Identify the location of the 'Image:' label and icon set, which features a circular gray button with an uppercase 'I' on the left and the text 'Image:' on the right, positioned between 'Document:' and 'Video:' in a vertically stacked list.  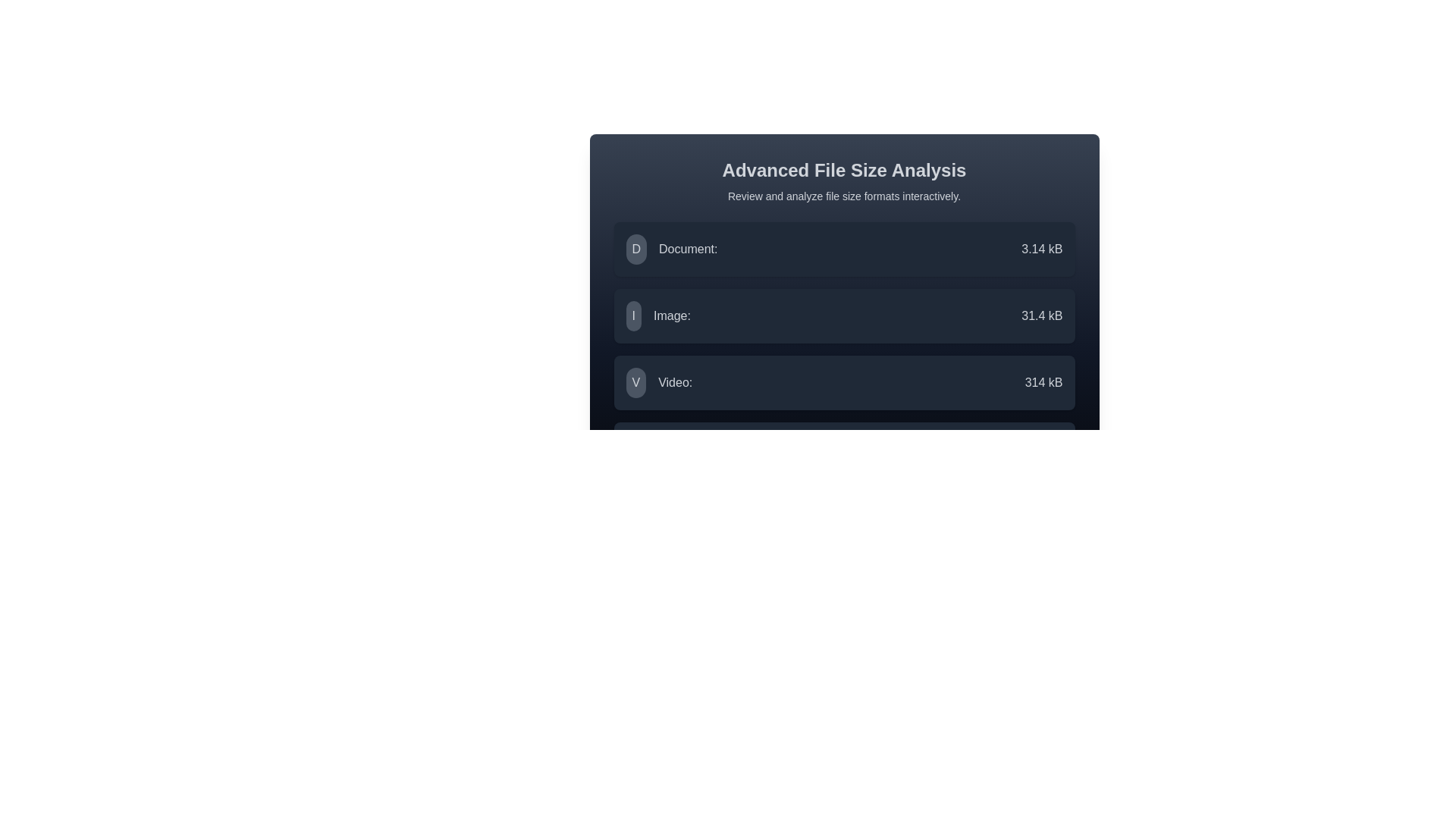
(658, 315).